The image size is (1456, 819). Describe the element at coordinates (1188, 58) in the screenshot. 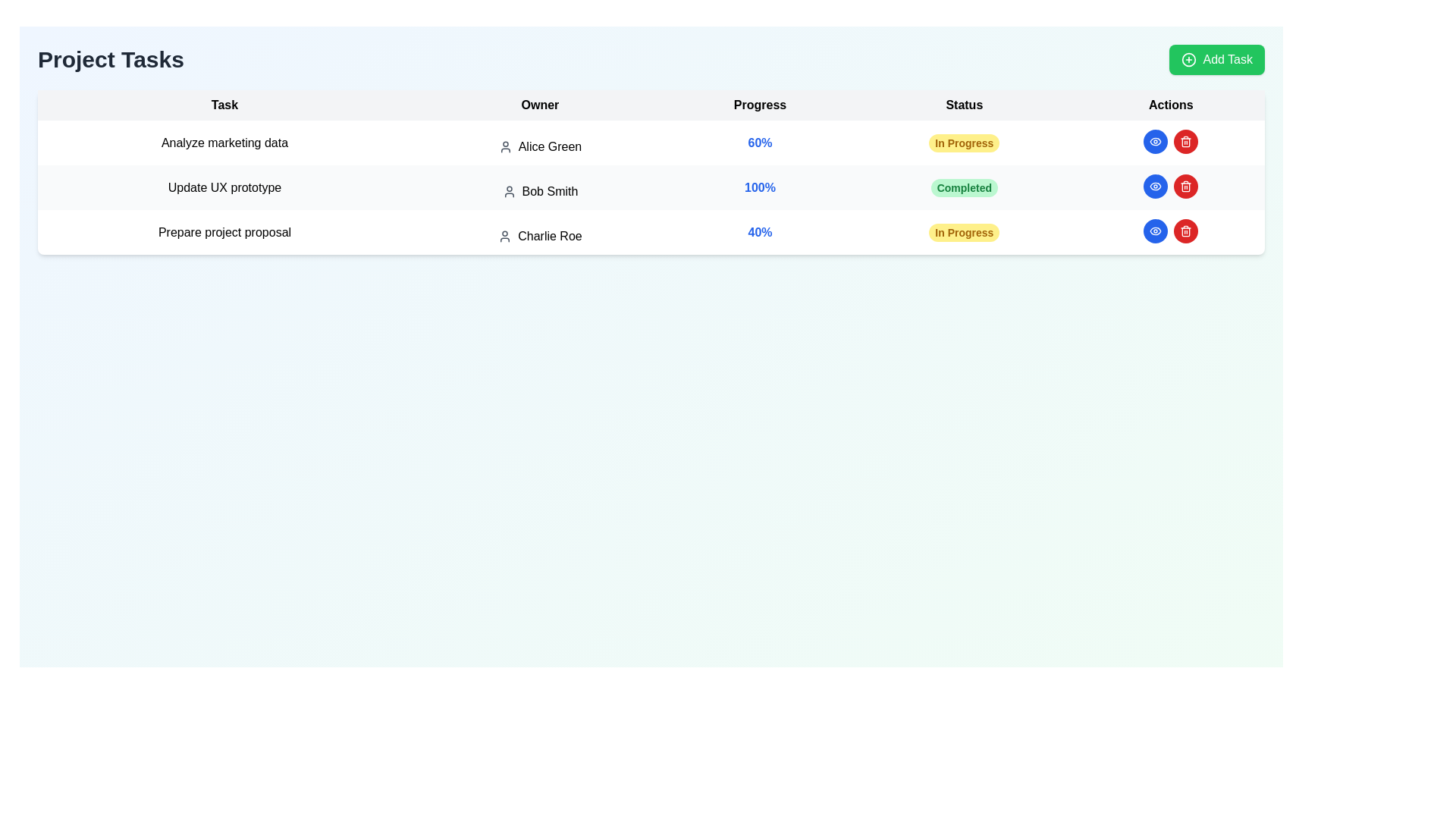

I see `the icon that visually conveys the purpose of the 'Add Task' button, located in the top-right corner of the layout` at that location.